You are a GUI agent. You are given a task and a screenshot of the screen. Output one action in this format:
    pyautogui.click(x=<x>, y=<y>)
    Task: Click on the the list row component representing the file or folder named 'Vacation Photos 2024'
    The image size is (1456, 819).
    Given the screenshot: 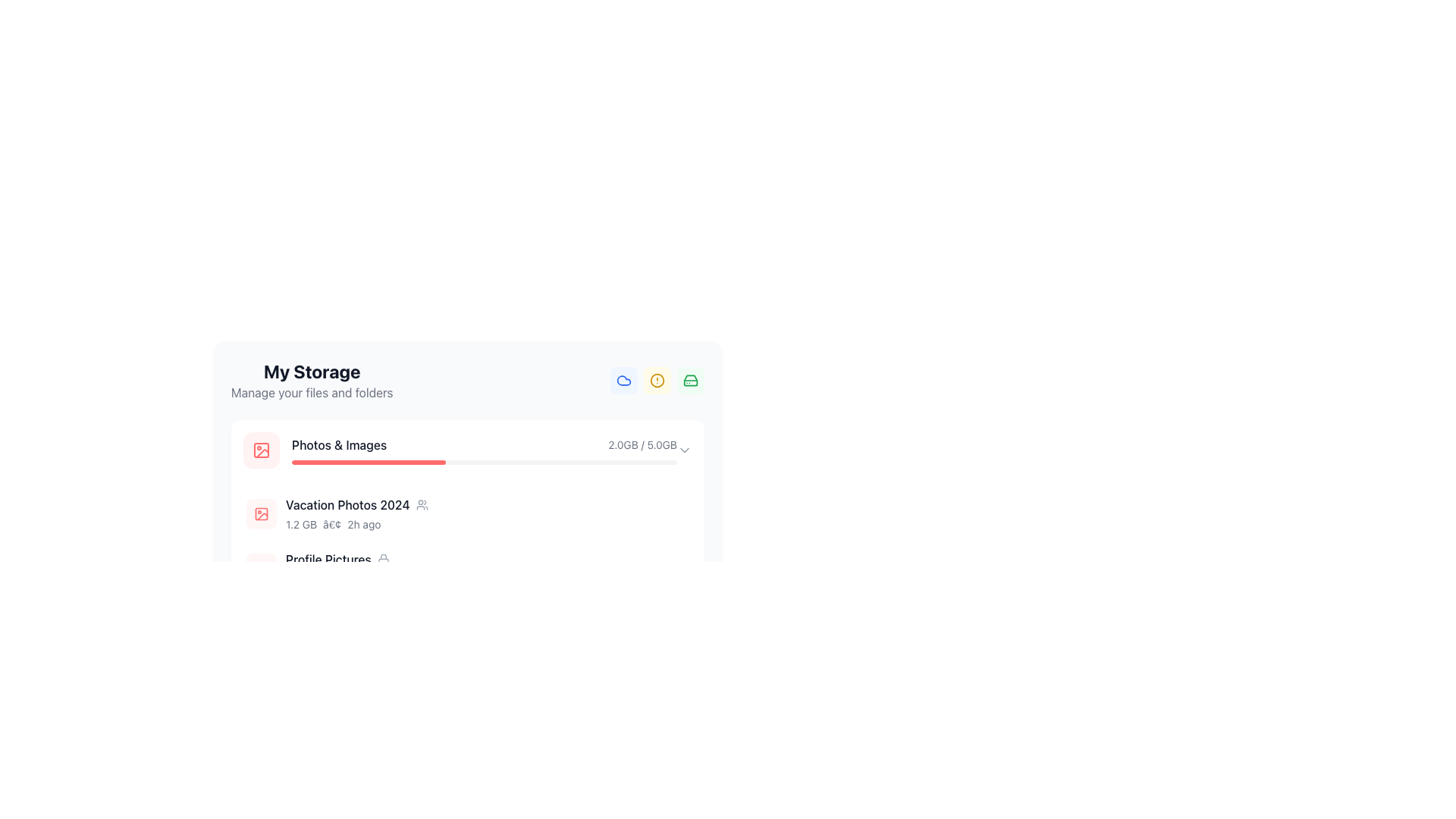 What is the action you would take?
    pyautogui.click(x=467, y=513)
    